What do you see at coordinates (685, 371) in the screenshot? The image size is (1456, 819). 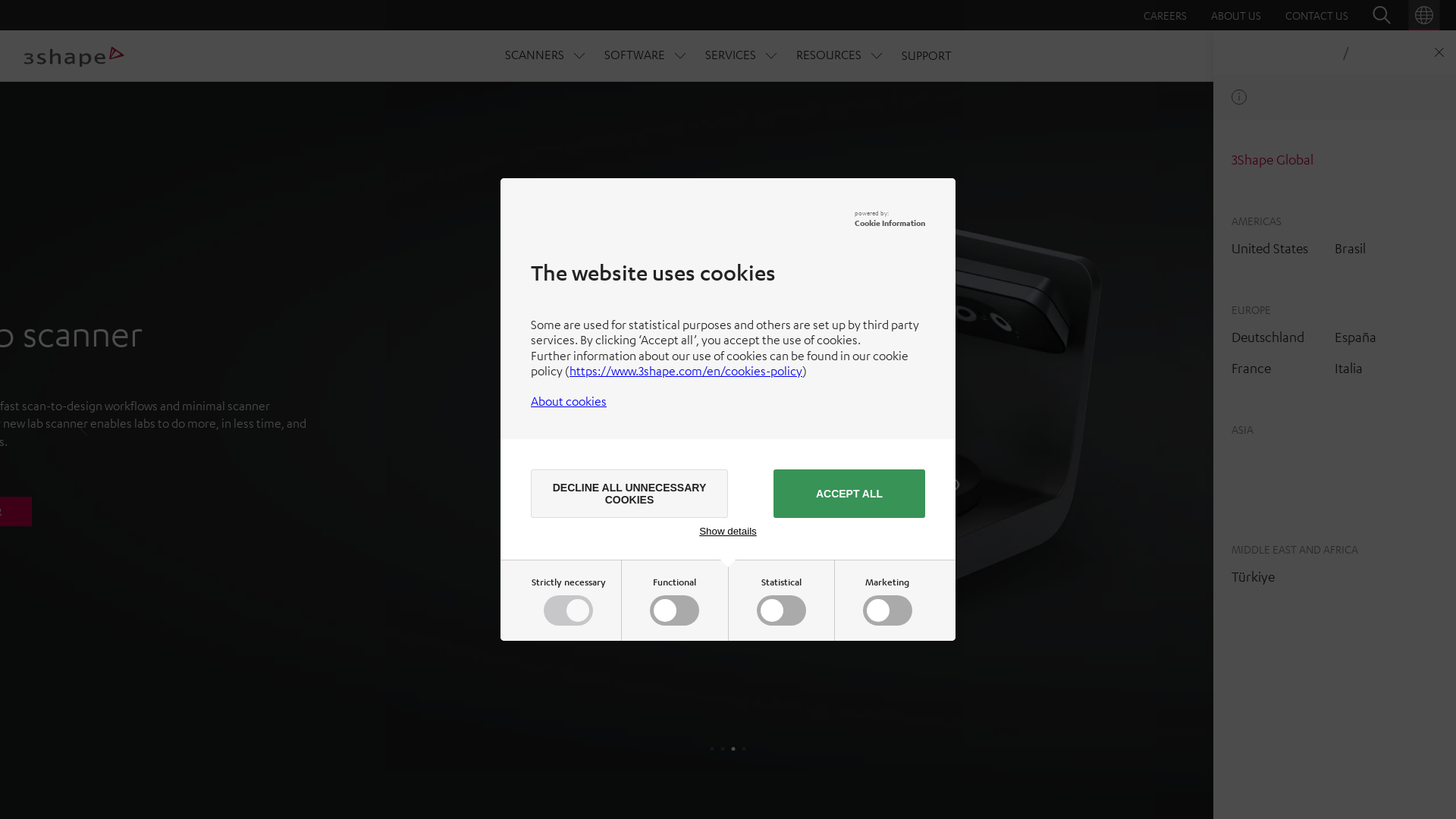 I see `'https://www.3shape.com/en/cookies-policy'` at bounding box center [685, 371].